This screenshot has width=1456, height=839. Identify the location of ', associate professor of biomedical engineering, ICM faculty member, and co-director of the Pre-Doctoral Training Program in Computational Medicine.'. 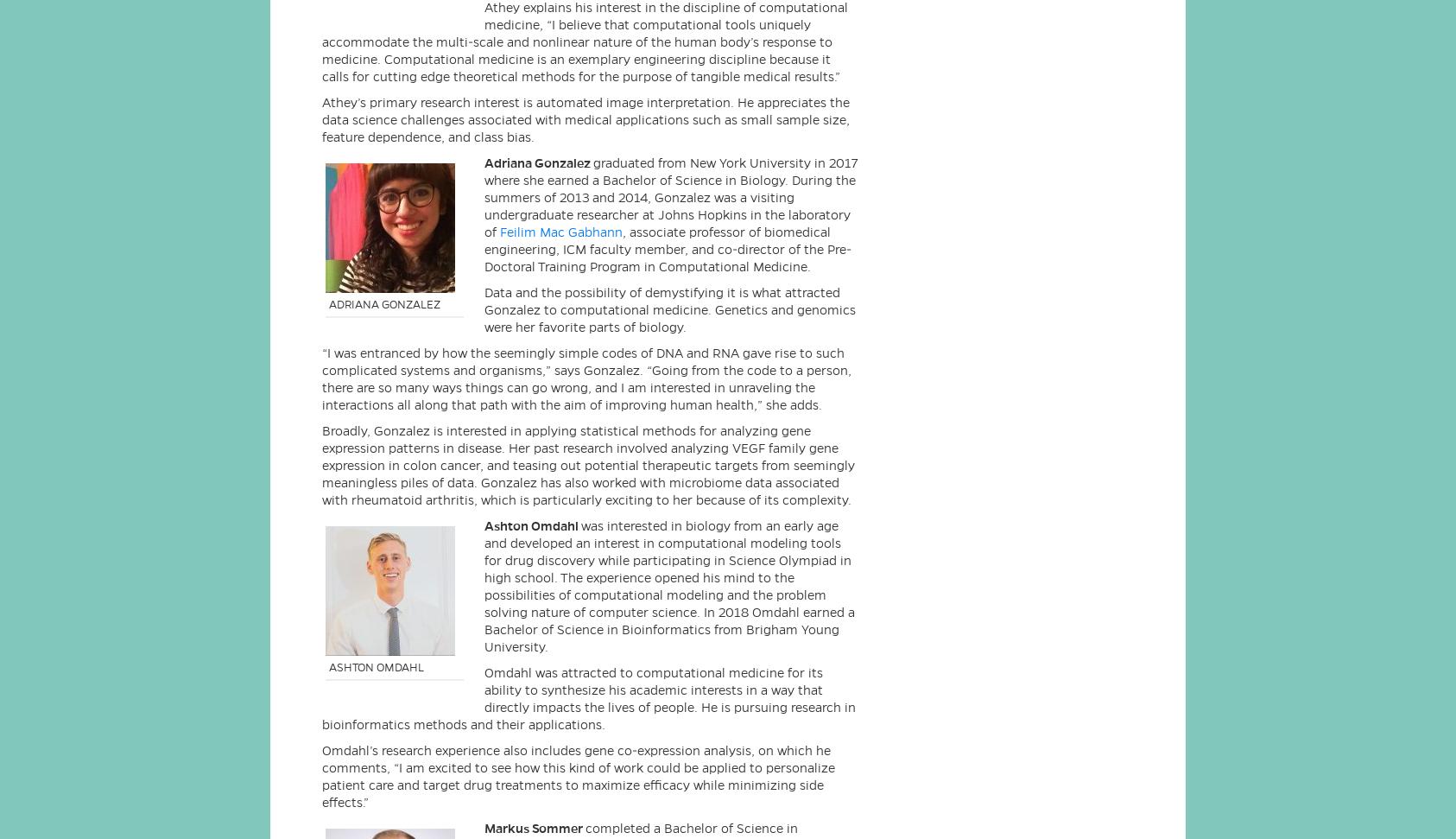
(668, 247).